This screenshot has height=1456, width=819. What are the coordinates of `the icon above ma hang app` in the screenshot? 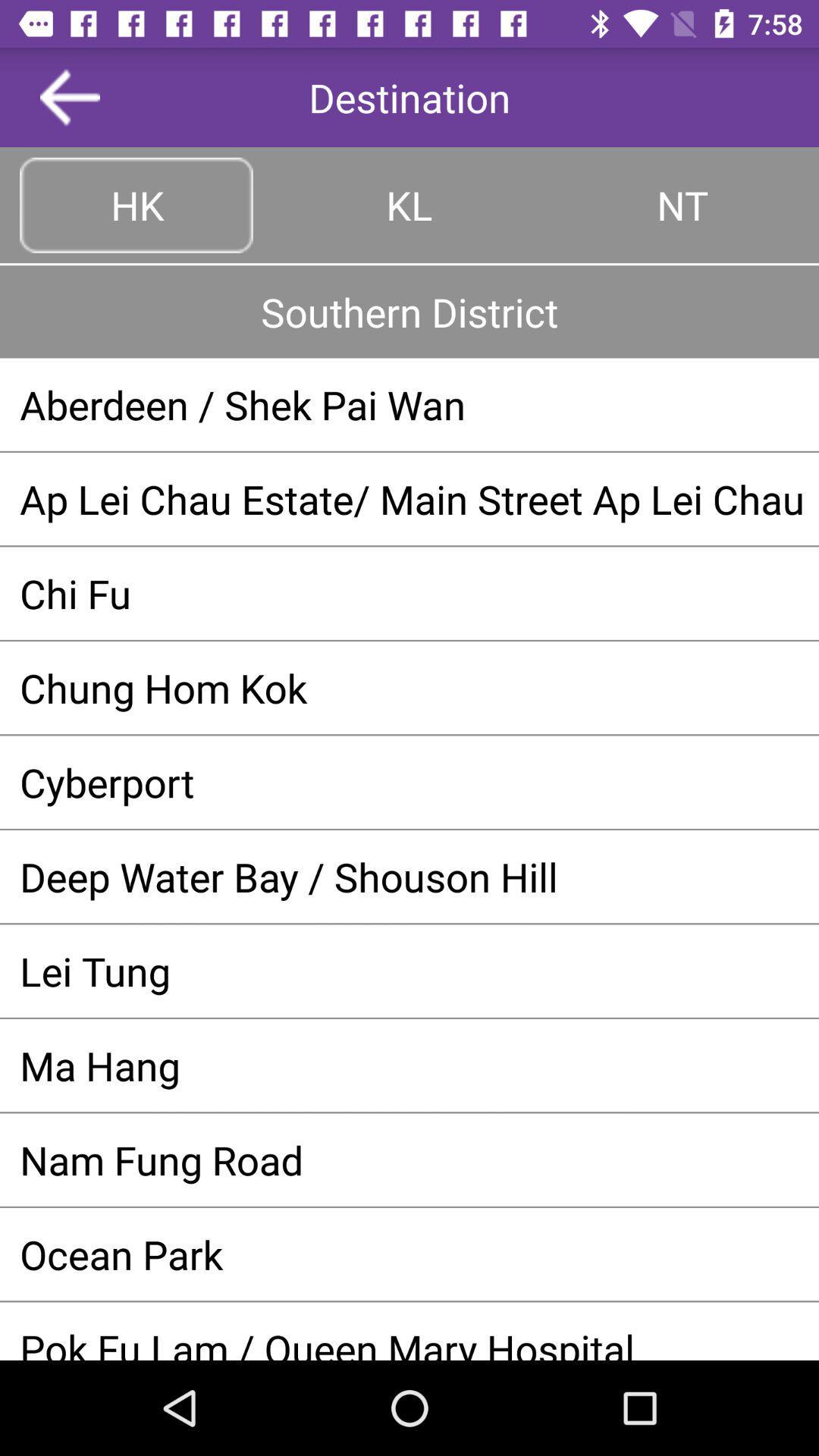 It's located at (409, 971).